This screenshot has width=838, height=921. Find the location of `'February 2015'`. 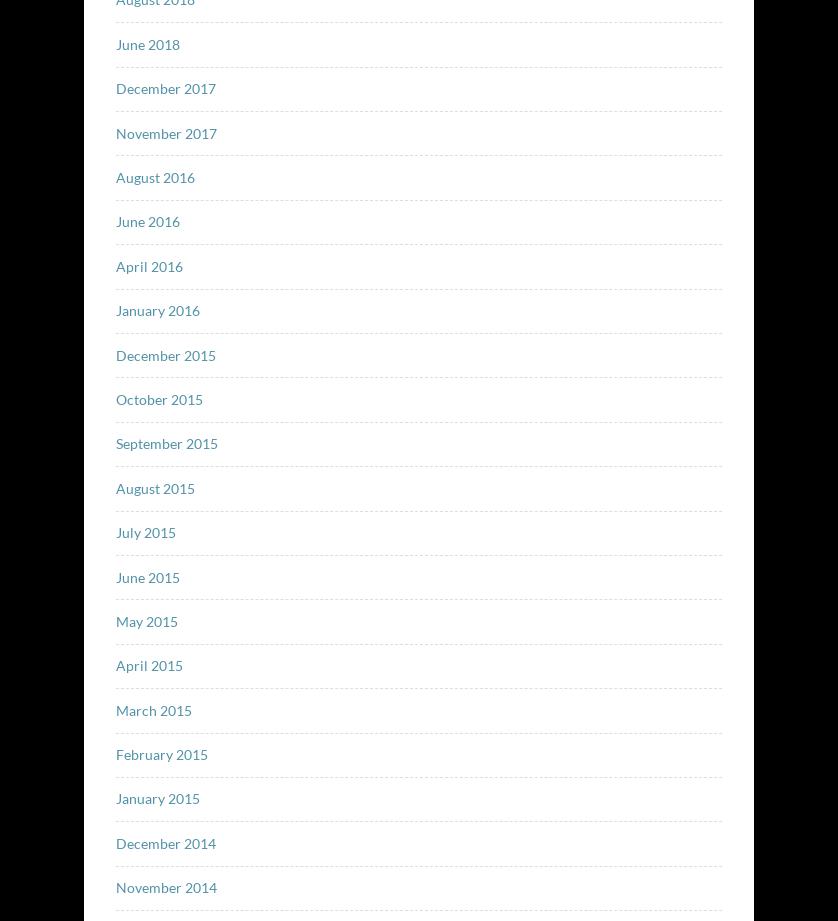

'February 2015' is located at coordinates (160, 754).